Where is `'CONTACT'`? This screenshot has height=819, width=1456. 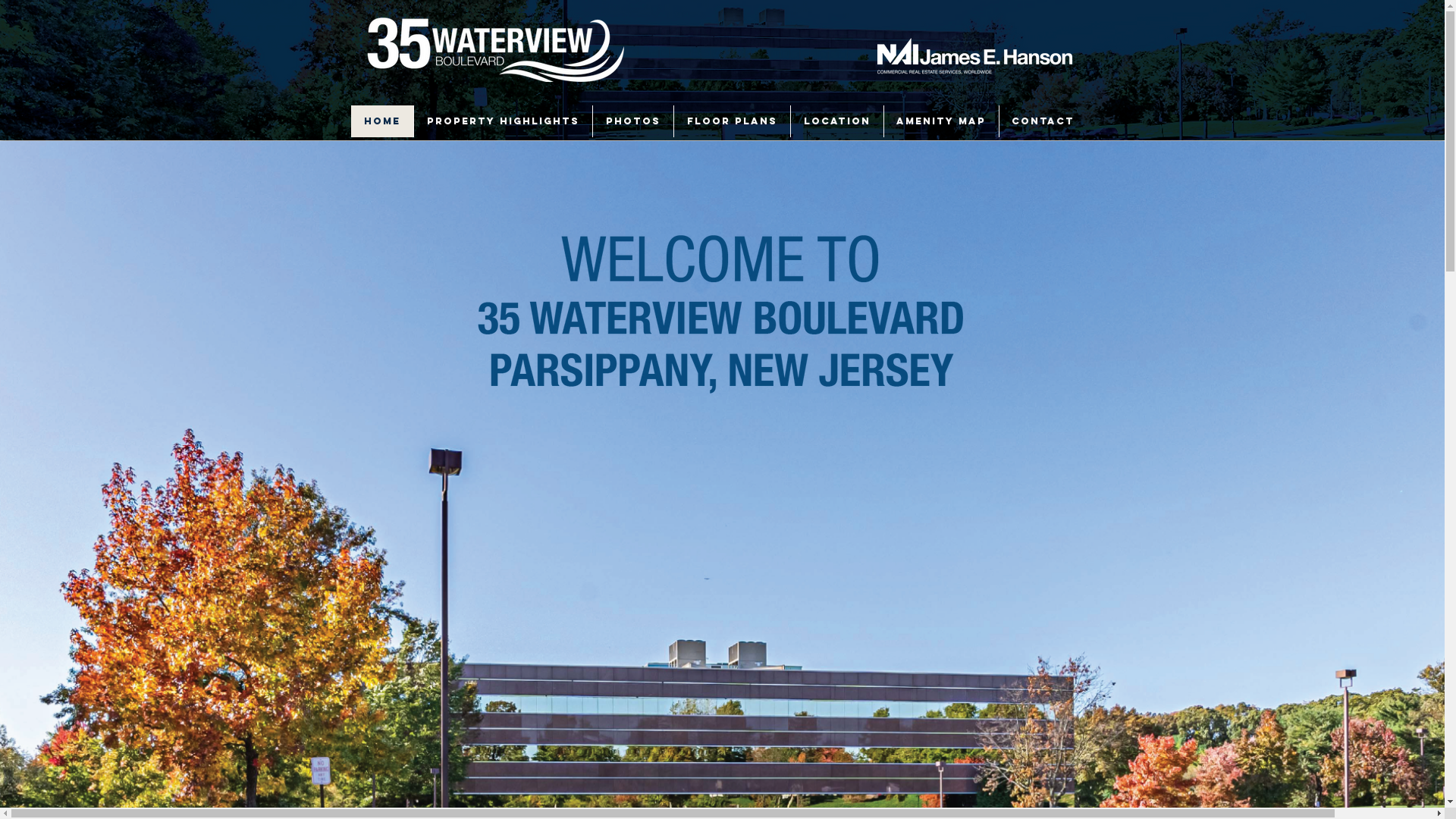 'CONTACT' is located at coordinates (1041, 120).